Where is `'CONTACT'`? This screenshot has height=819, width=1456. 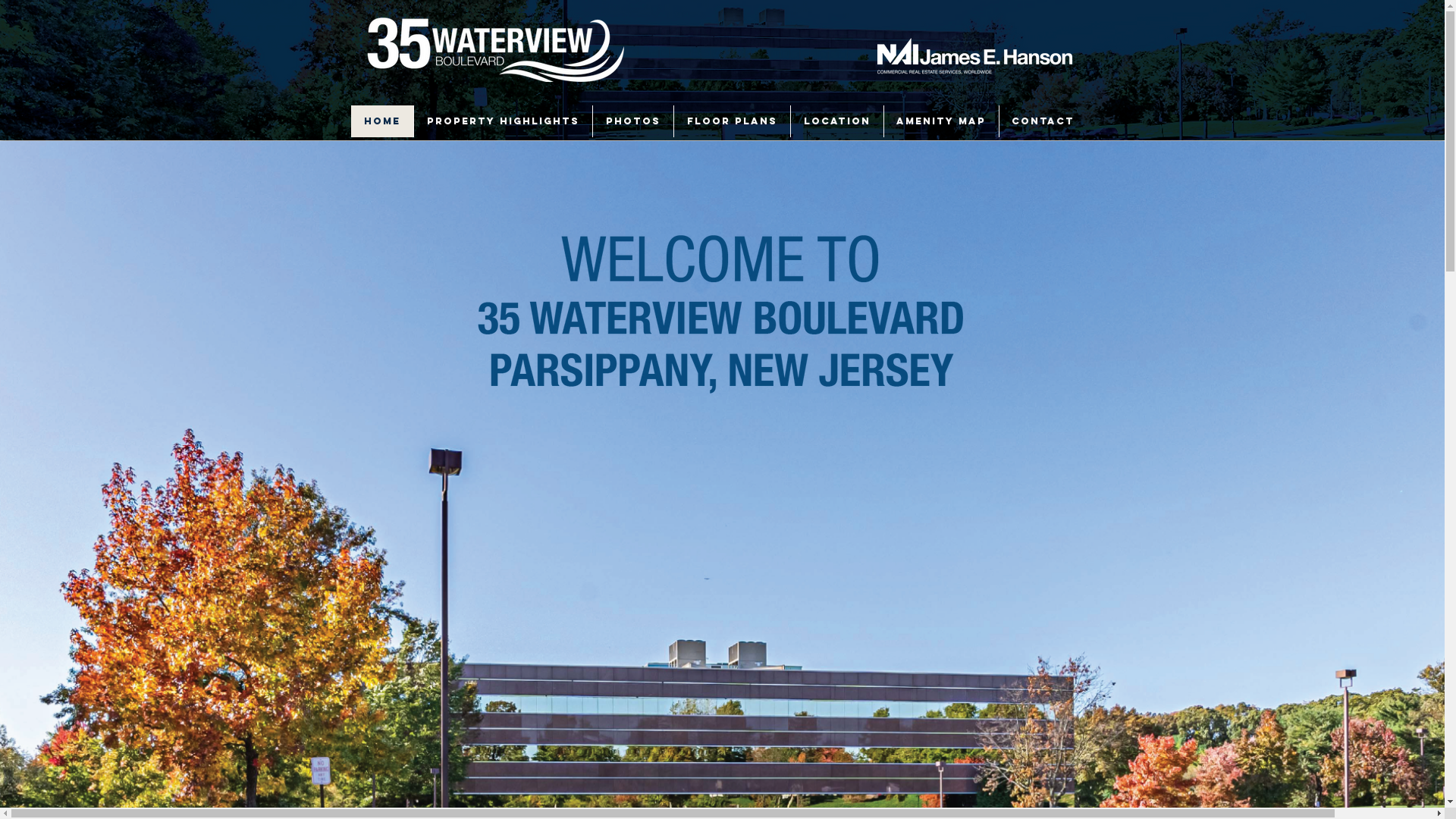 'CONTACT' is located at coordinates (1041, 120).